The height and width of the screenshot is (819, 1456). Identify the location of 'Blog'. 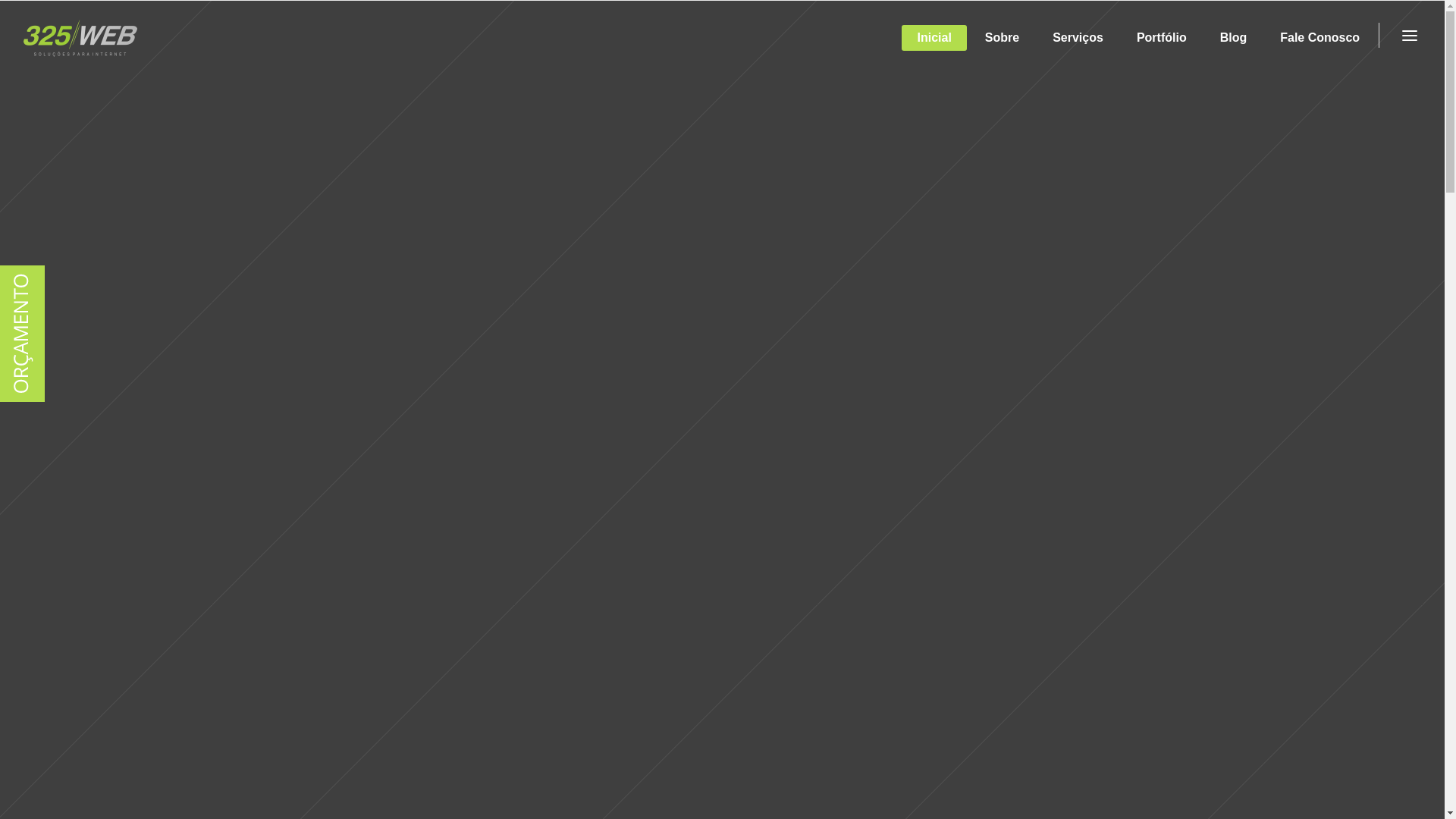
(1203, 37).